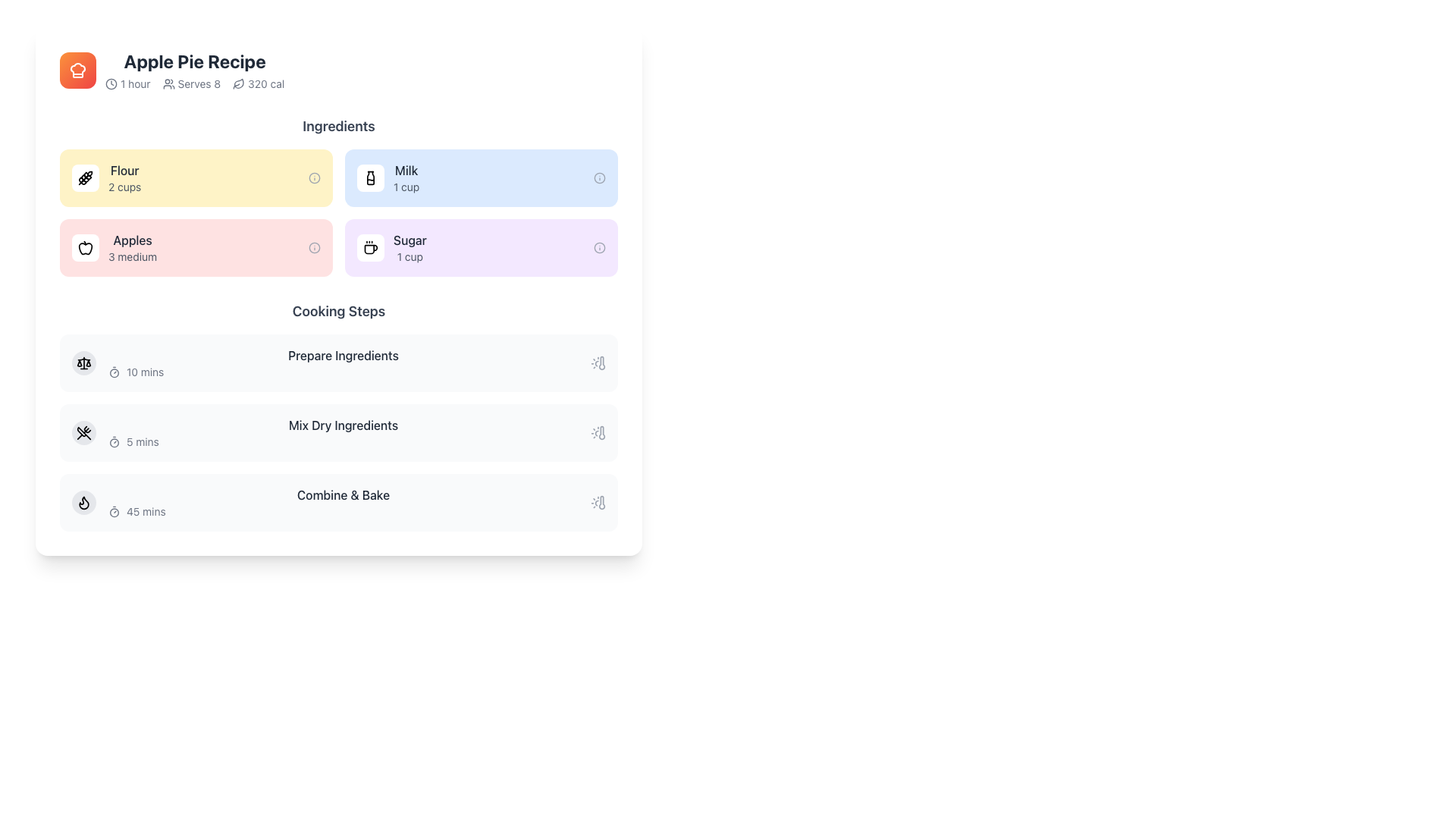  I want to click on the 'Milk' ingredient icon located in the second row of the 'Ingredients' section, which is represented by a light blue rounded rectangle labeled 'Milk 1 cup', so click(371, 177).